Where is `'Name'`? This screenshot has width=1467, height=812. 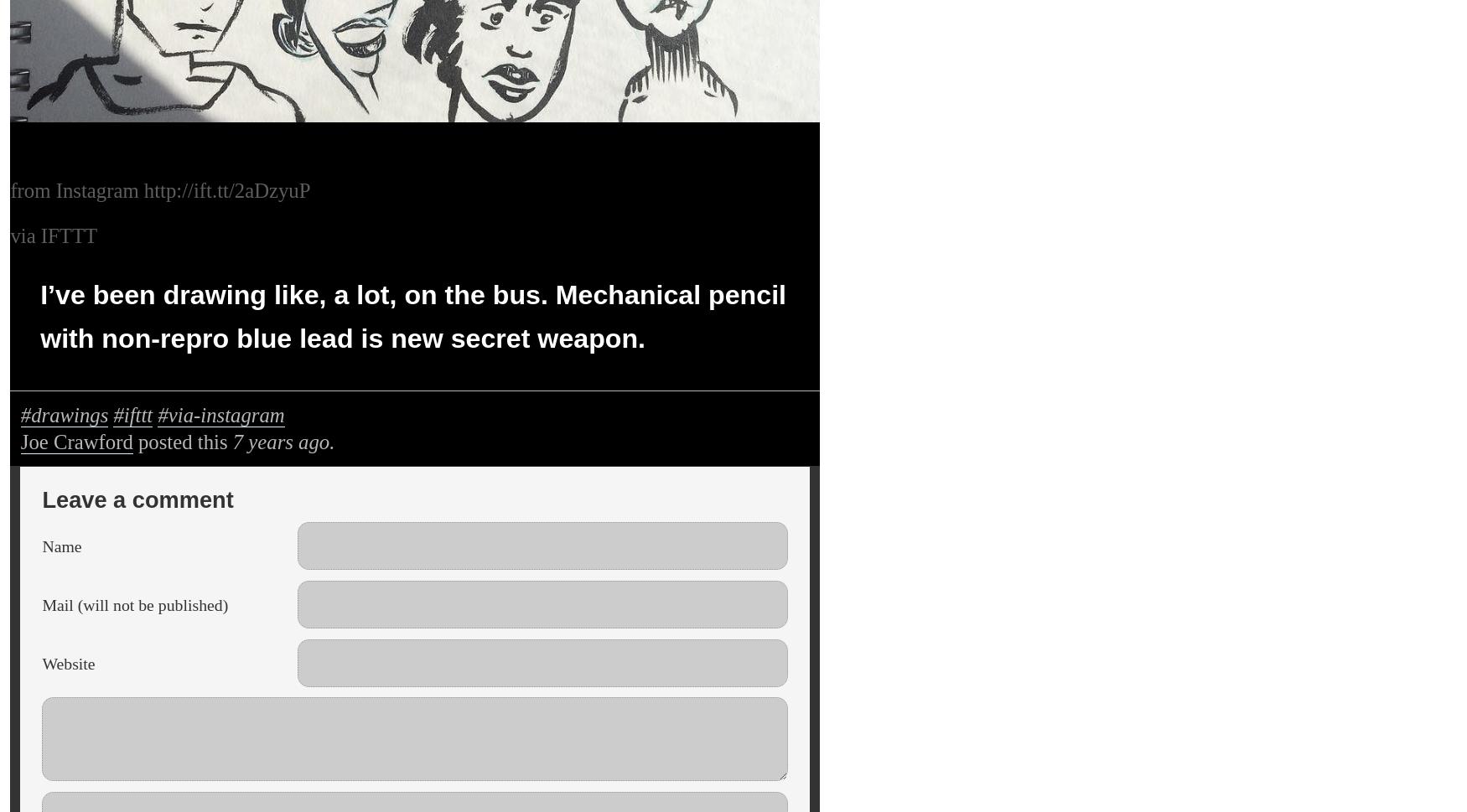 'Name' is located at coordinates (61, 546).